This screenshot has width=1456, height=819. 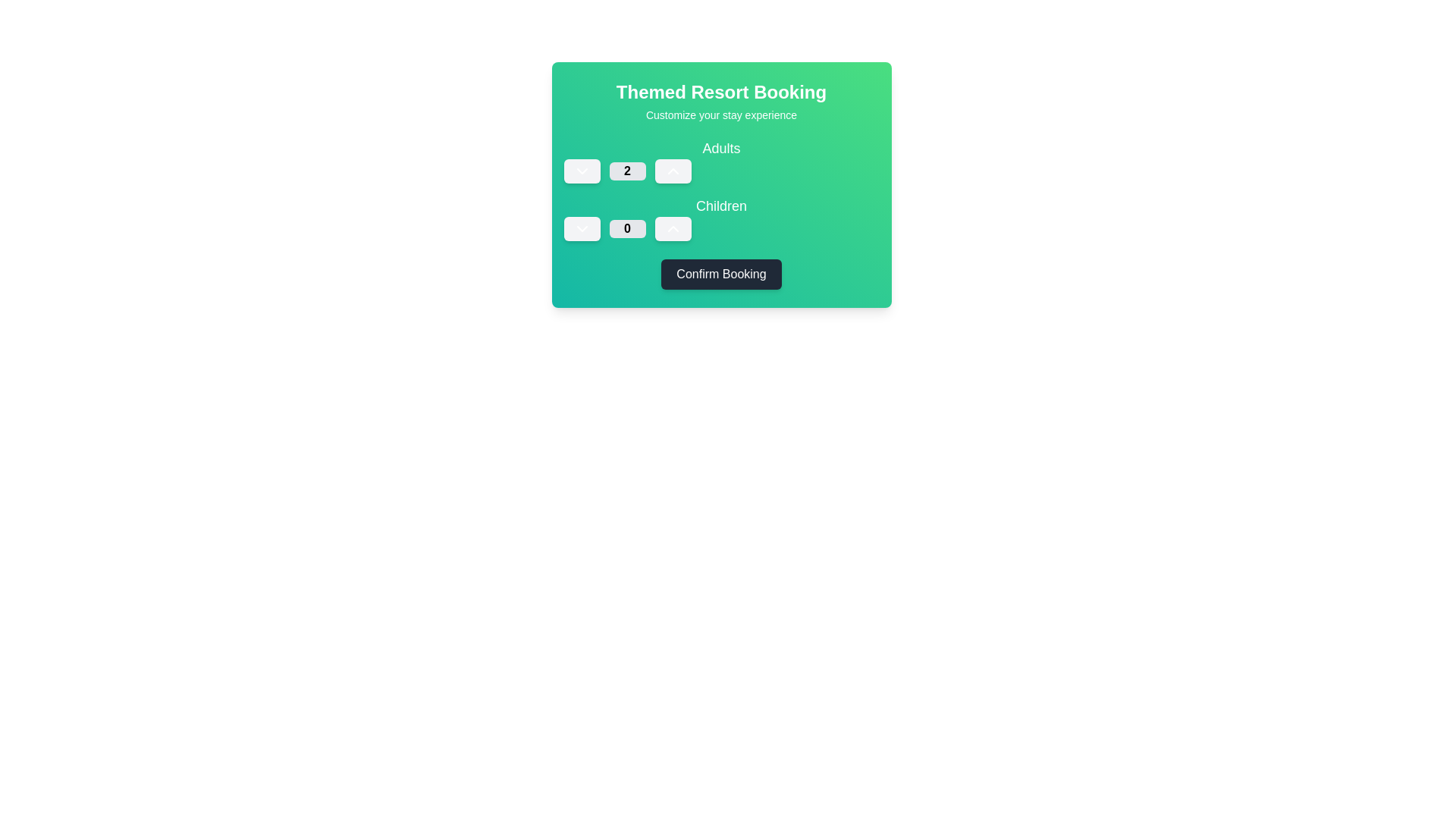 I want to click on the text label reading 'Children', which is styled in a larger font and positioned below the 'Adults' section and above the 'Confirm Booking' button, so click(x=720, y=218).